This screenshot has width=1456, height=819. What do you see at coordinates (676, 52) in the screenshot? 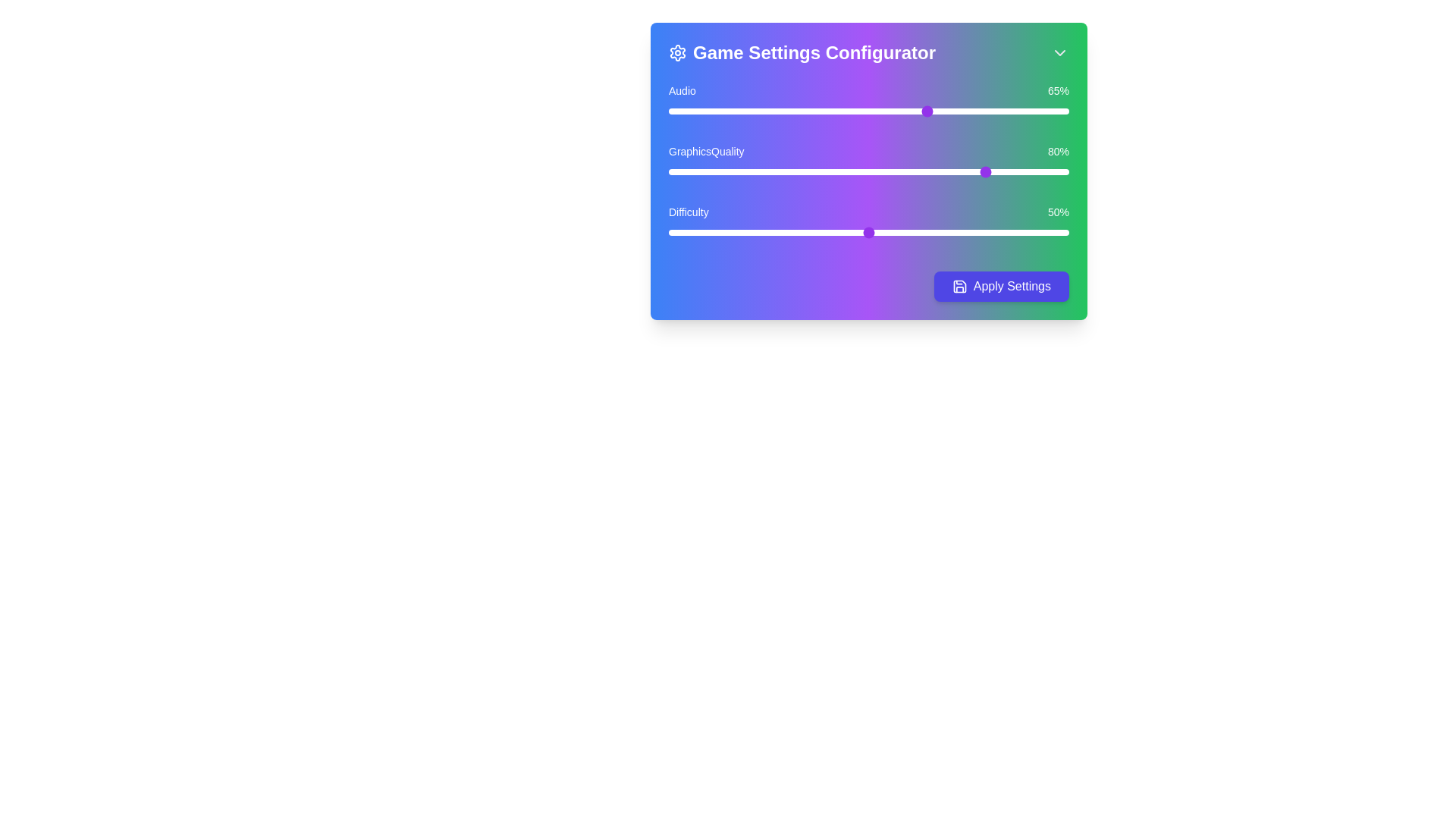
I see `the settings icon located in the top-left area of the card, which appears as a gear-like visual element` at bounding box center [676, 52].